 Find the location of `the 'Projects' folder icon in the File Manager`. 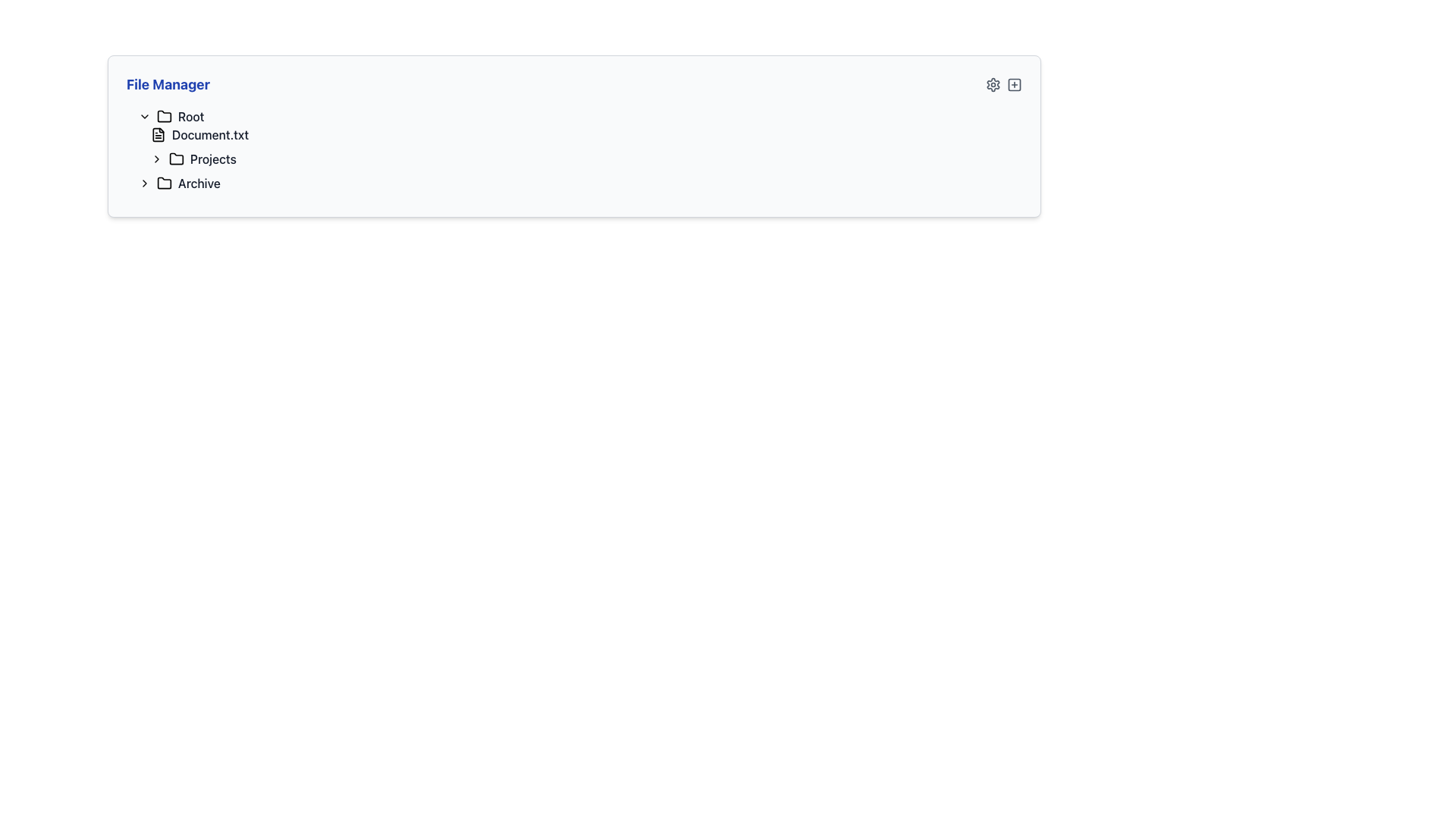

the 'Projects' folder icon in the File Manager is located at coordinates (177, 158).